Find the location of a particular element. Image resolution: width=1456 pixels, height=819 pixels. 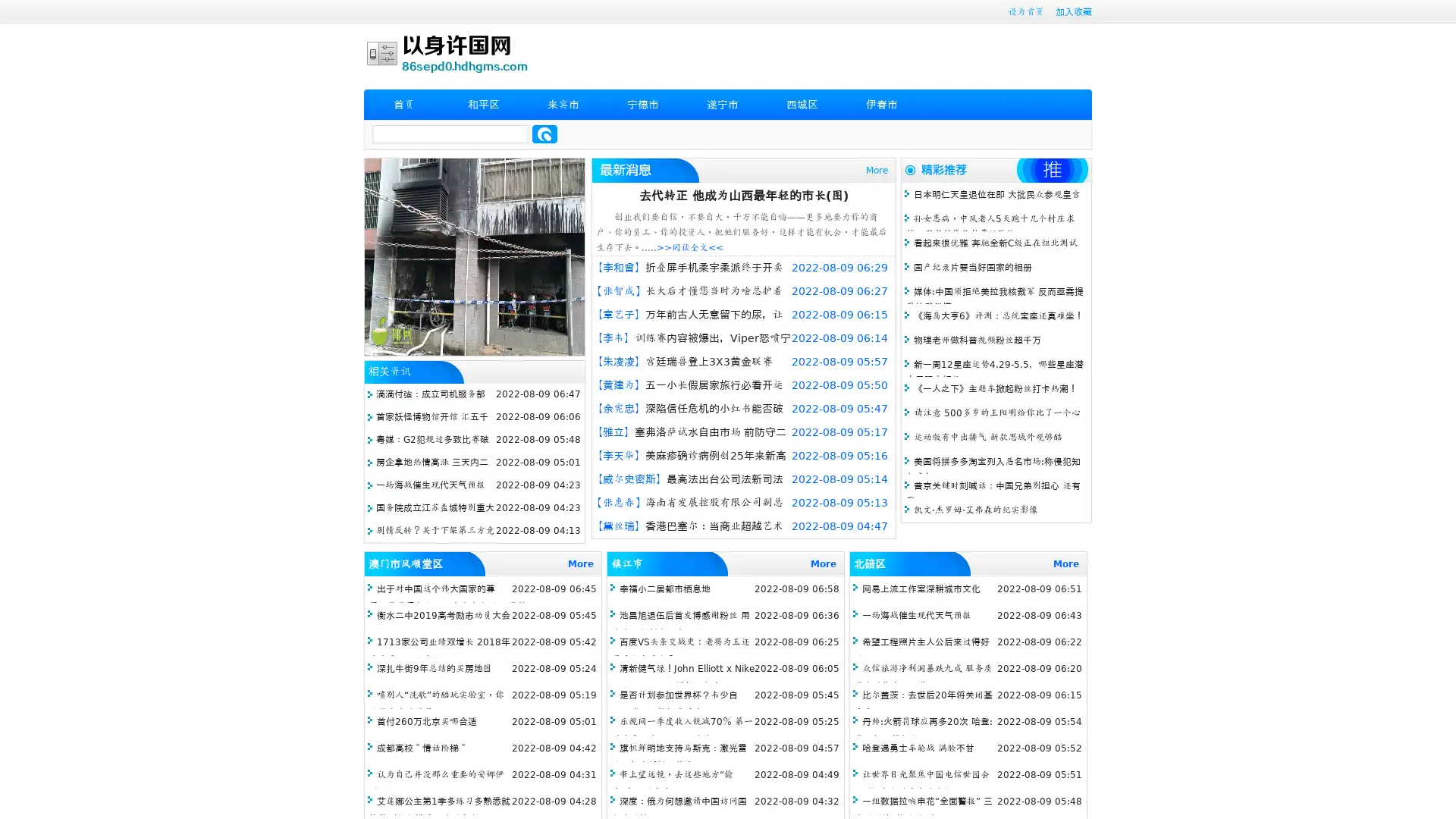

Search is located at coordinates (544, 133).